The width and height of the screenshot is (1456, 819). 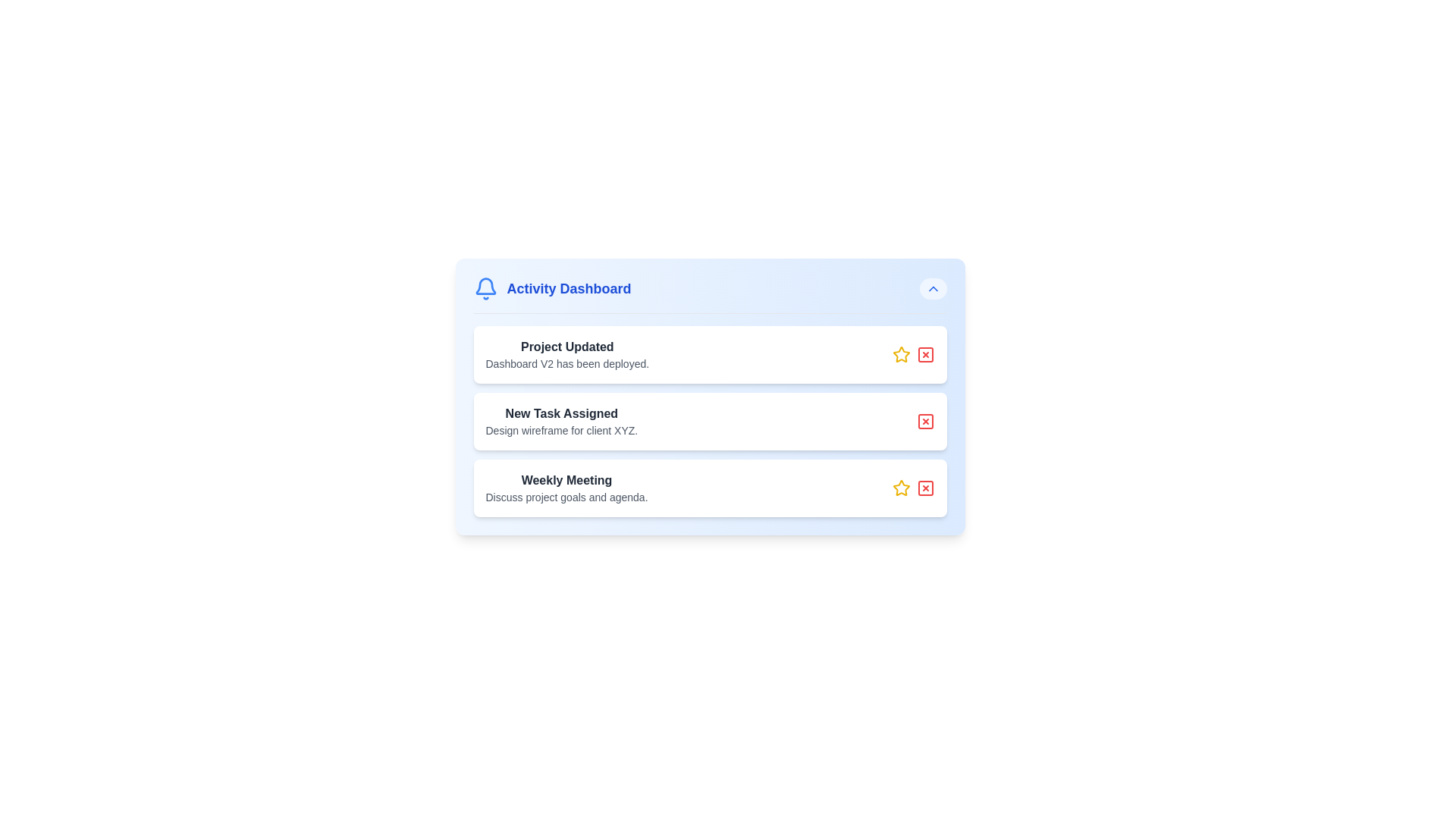 What do you see at coordinates (932, 289) in the screenshot?
I see `the small blue rounded button with a chevron arrow pointing upward located at the top-right corner of the Activity Dashboard` at bounding box center [932, 289].